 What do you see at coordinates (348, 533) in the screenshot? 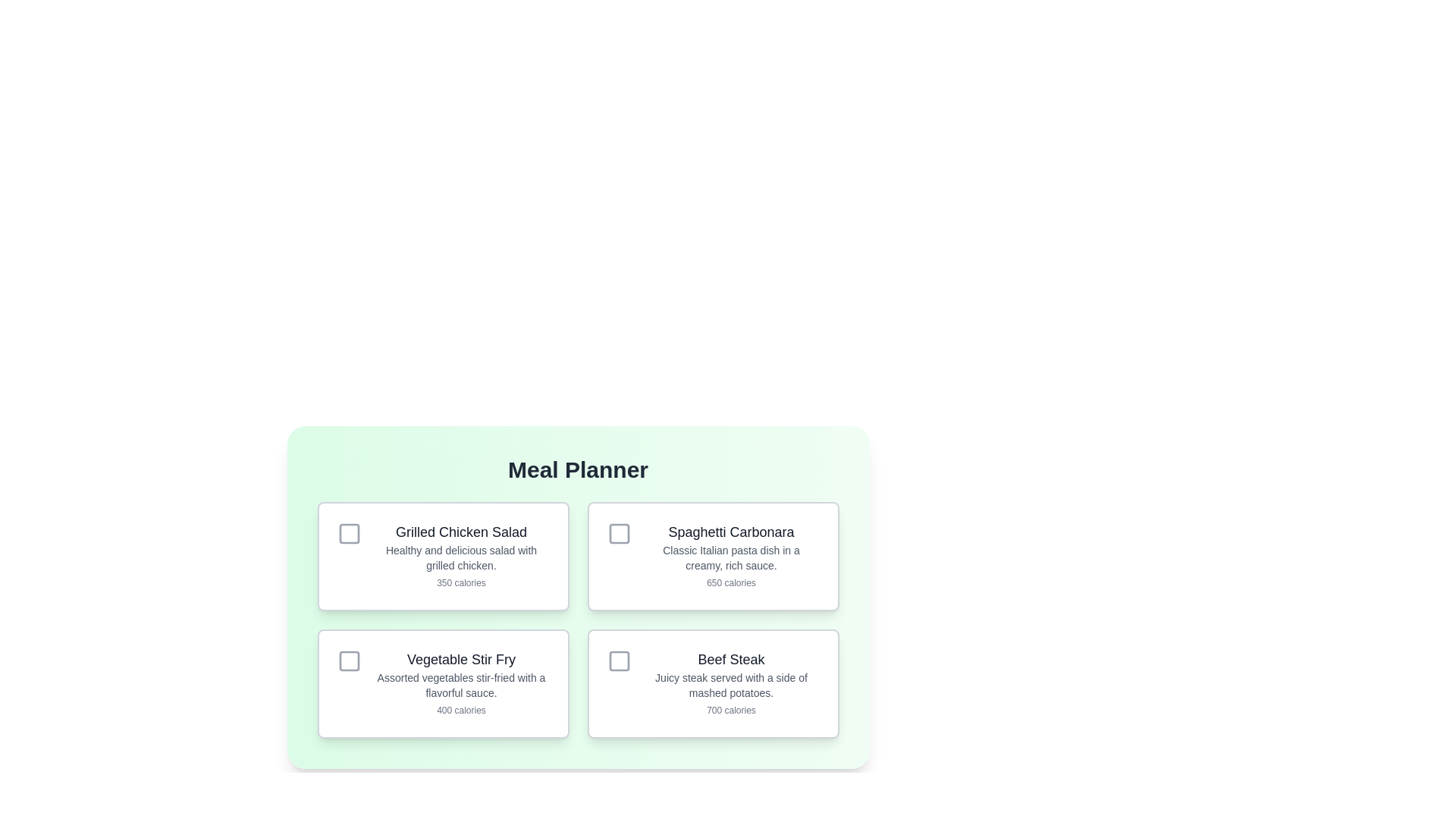
I see `the first checkbox for the 'Grilled Chicken Salad' option in the meal planner, located in the top-left corner of the grid layout` at bounding box center [348, 533].